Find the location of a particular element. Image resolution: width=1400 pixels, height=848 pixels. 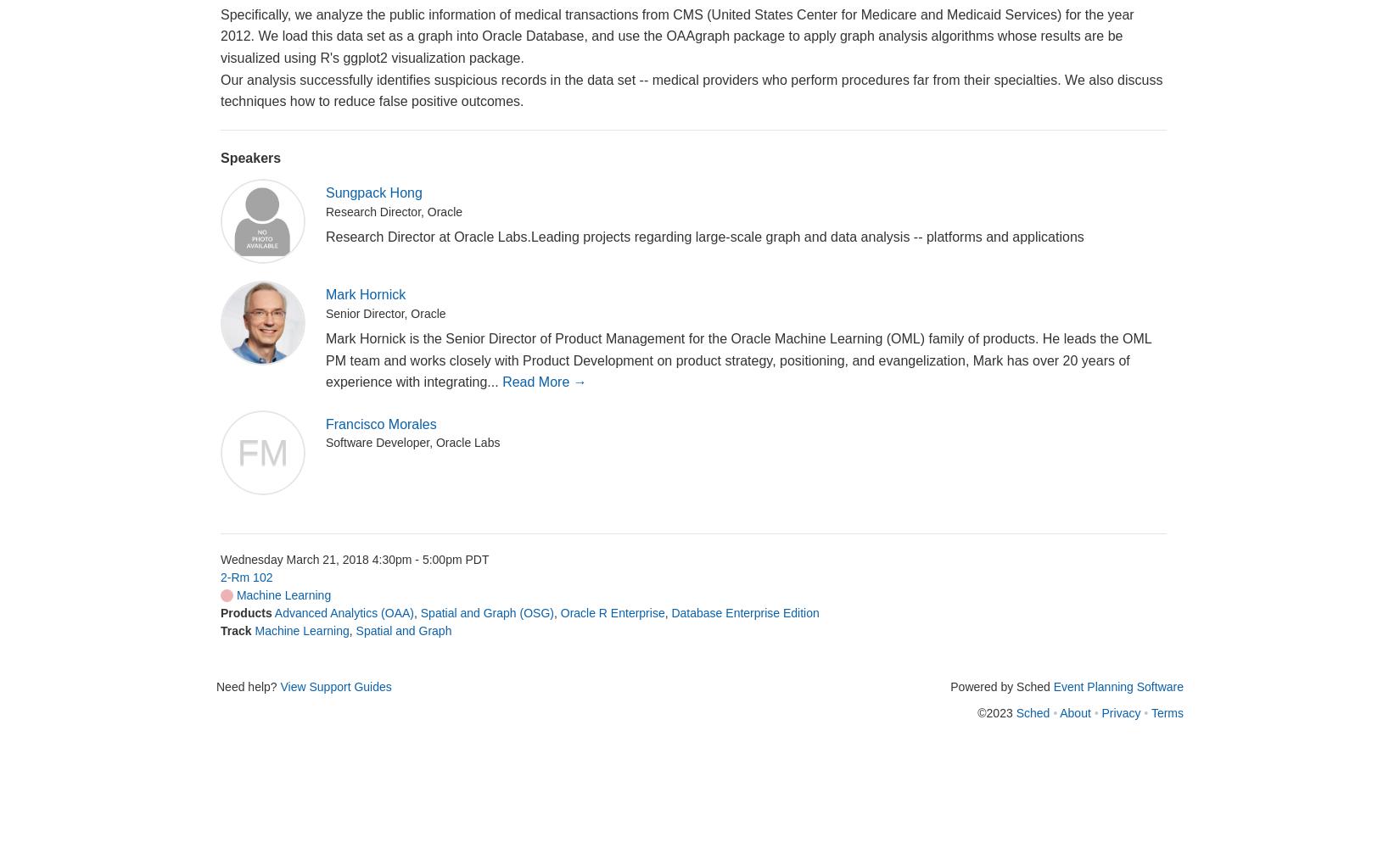

'Software Developer, Oracle Labs' is located at coordinates (412, 443).